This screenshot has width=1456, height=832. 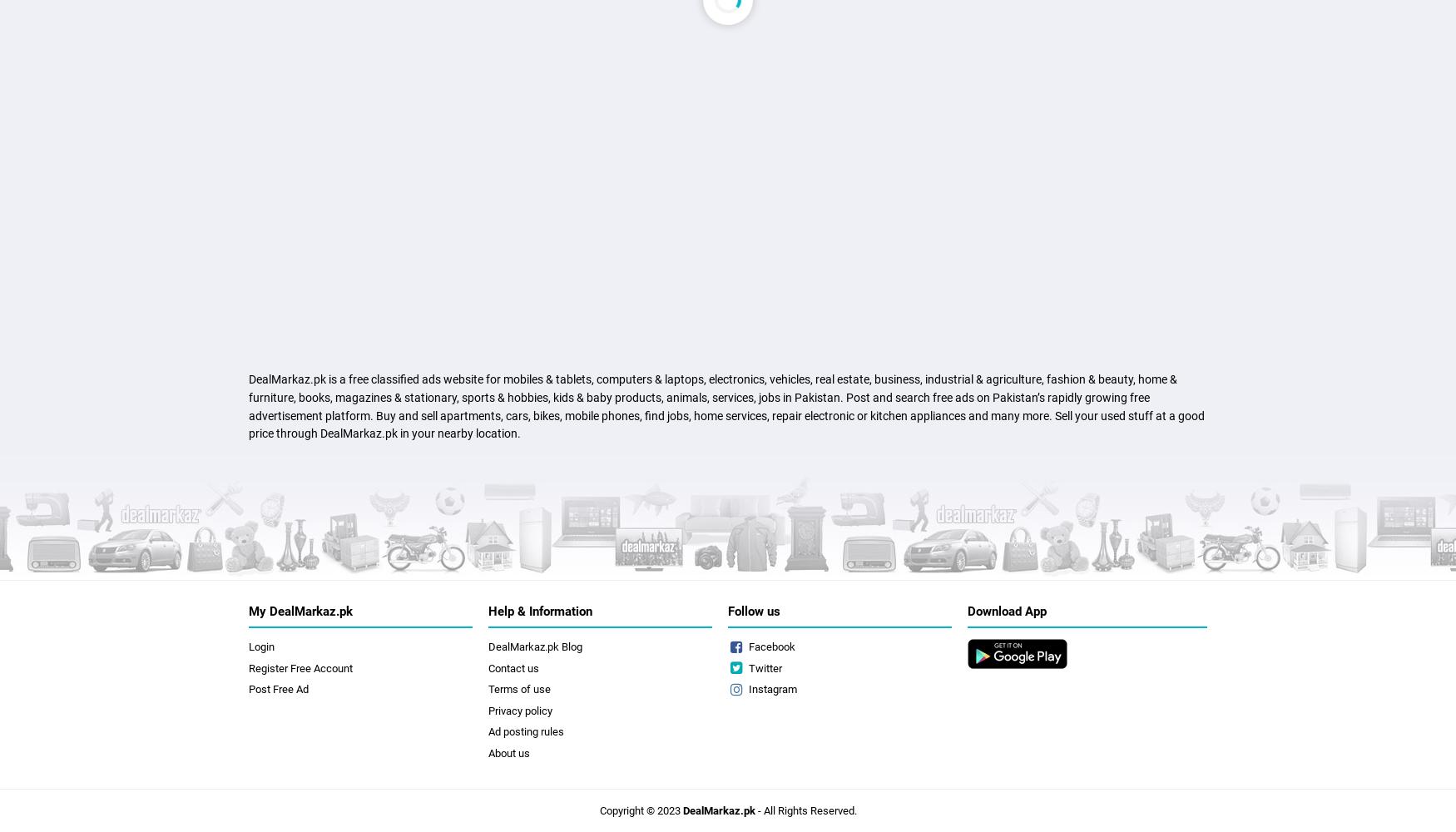 I want to click on 'DealMarkaz.pk Blog', so click(x=534, y=646).